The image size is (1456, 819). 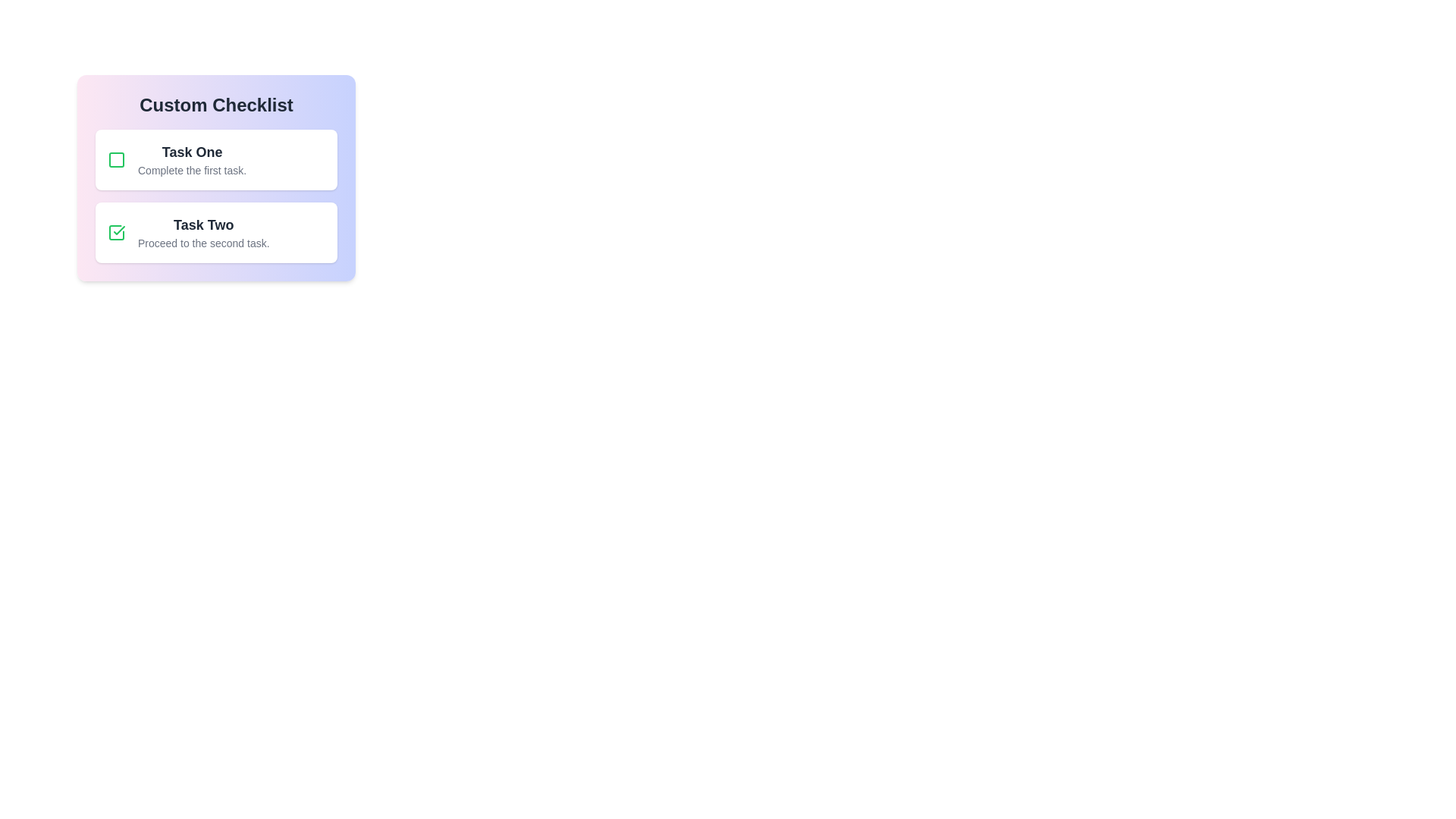 What do you see at coordinates (177, 160) in the screenshot?
I see `displayed text of the list item containing 'Task One' and 'Complete the first task.' located in the upper half of the checklist card` at bounding box center [177, 160].